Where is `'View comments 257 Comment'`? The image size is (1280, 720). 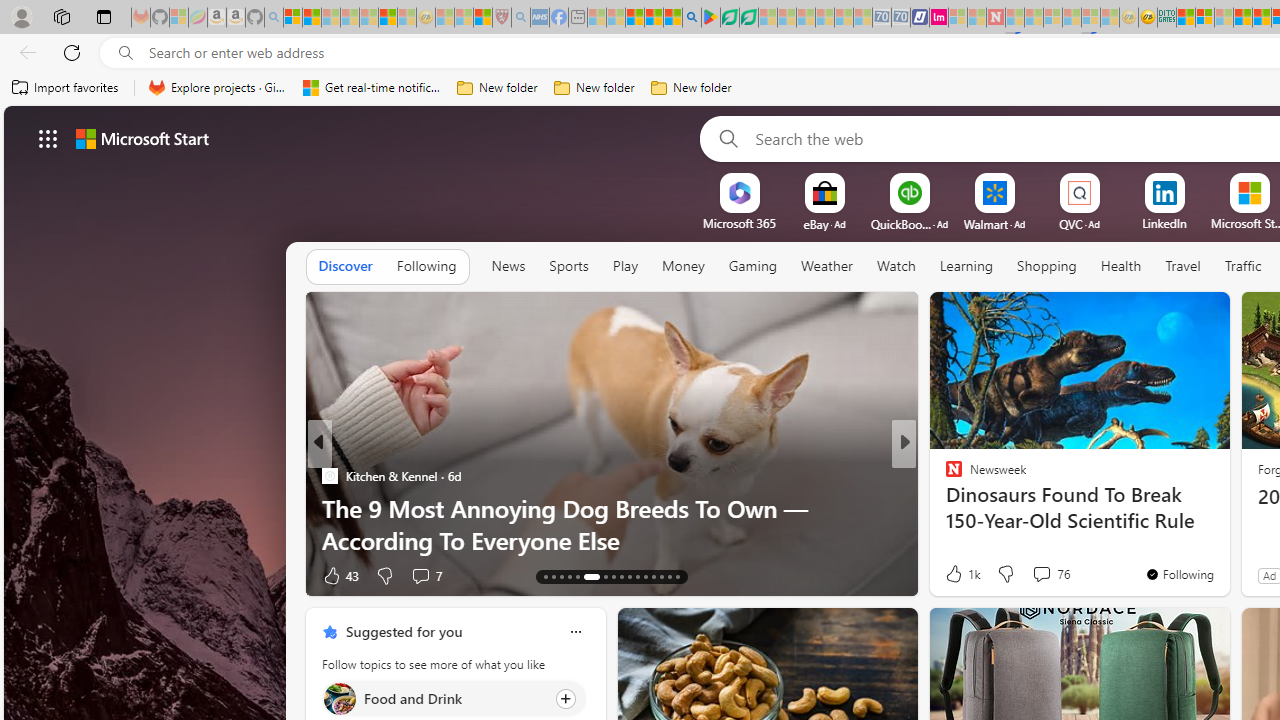
'View comments 257 Comment' is located at coordinates (1041, 575).